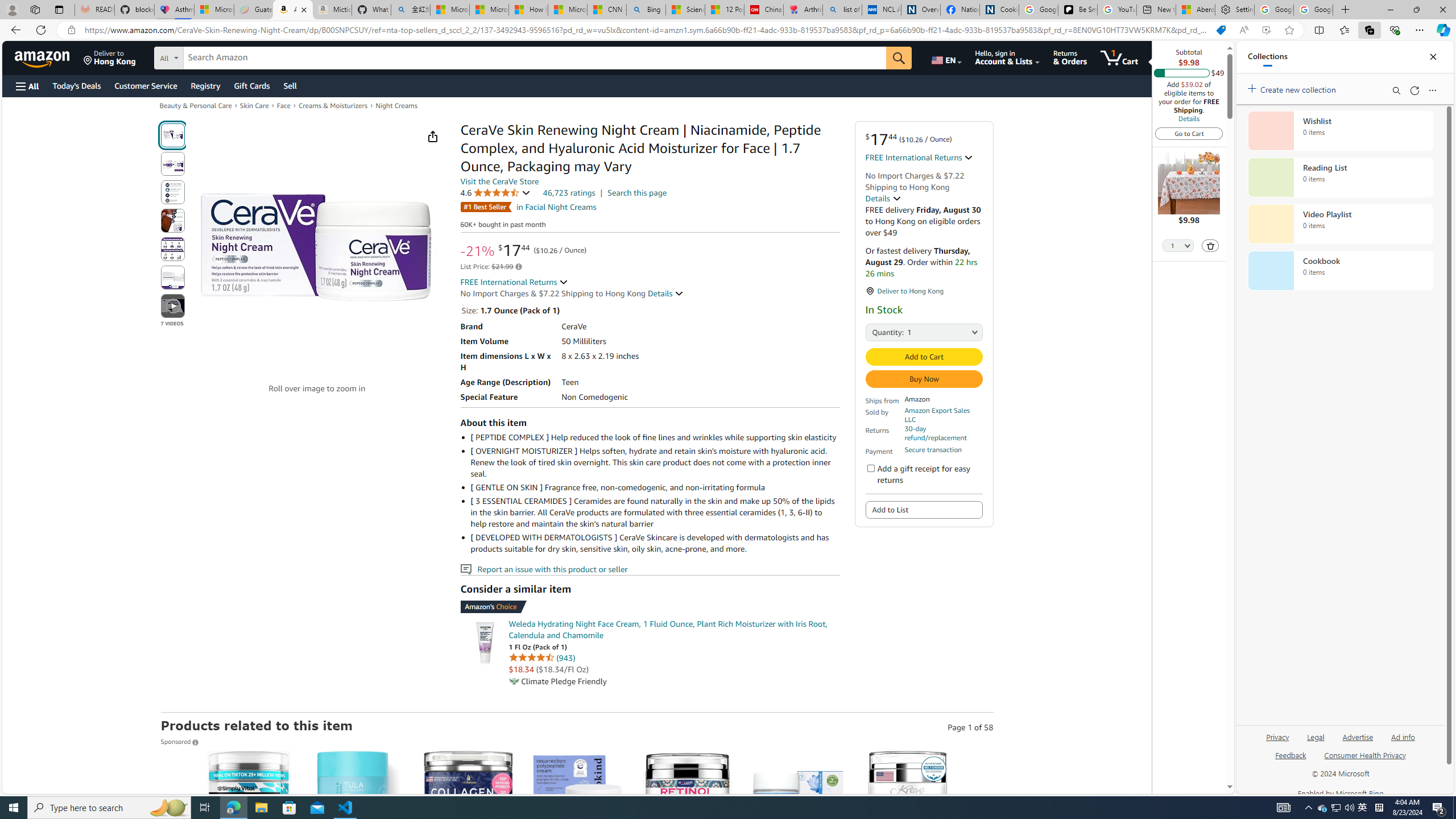  What do you see at coordinates (1340, 176) in the screenshot?
I see `'Reading List collection, 0 items'` at bounding box center [1340, 176].